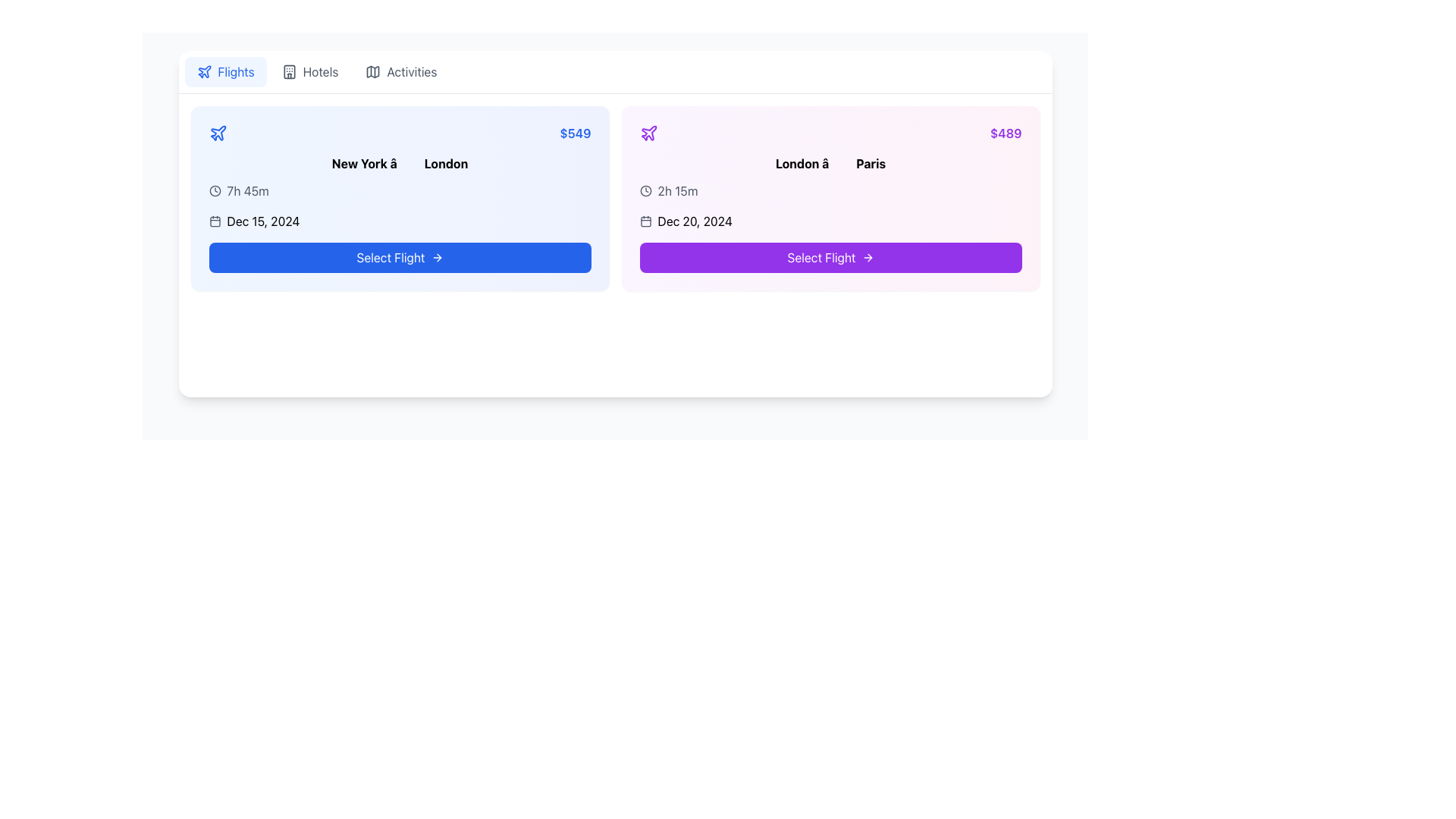 This screenshot has width=1456, height=819. I want to click on the background rectangle of the calendar icon, which serves as its main structural element, so click(214, 221).